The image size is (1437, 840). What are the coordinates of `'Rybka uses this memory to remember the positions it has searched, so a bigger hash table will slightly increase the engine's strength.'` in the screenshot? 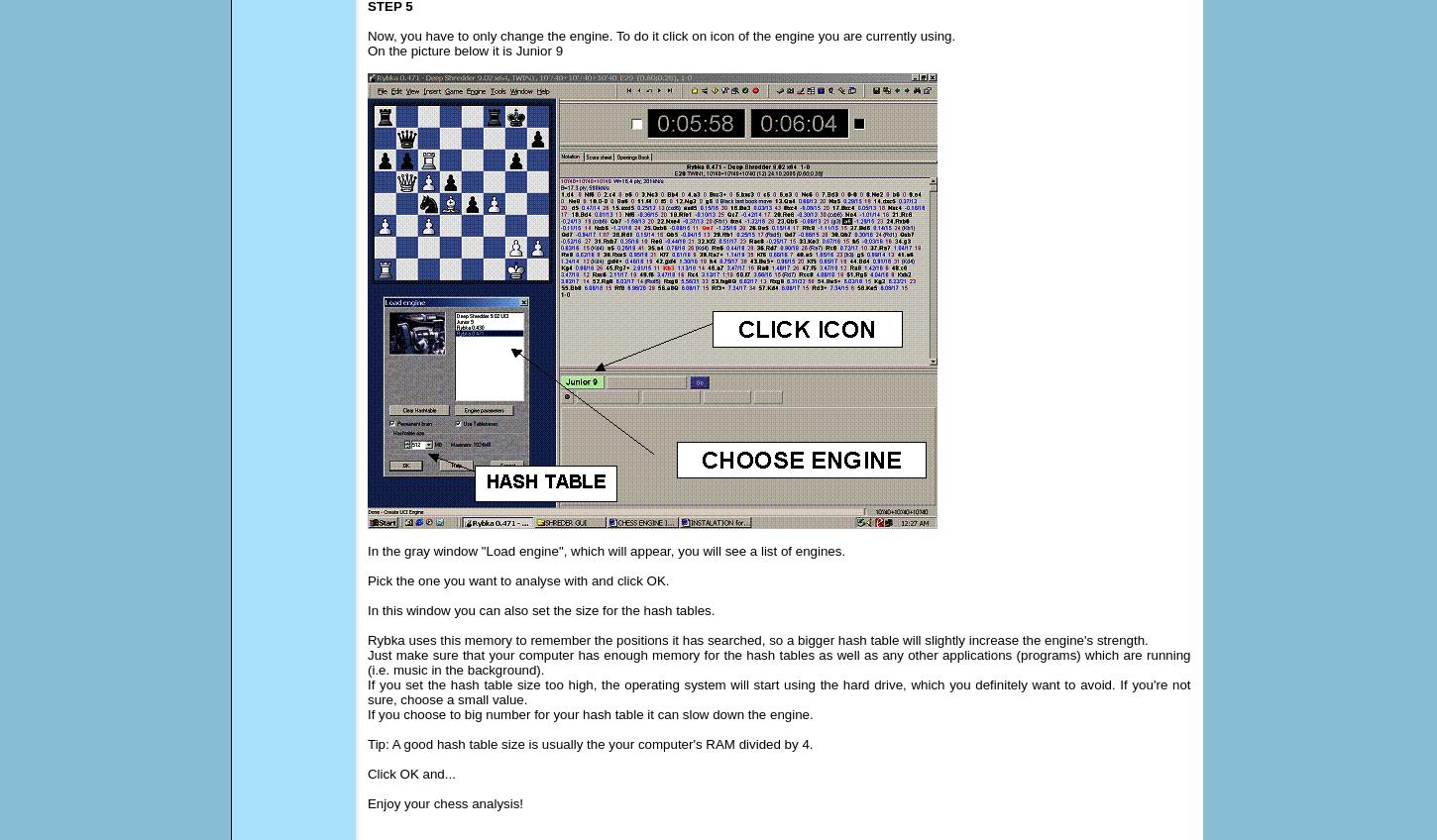 It's located at (757, 639).